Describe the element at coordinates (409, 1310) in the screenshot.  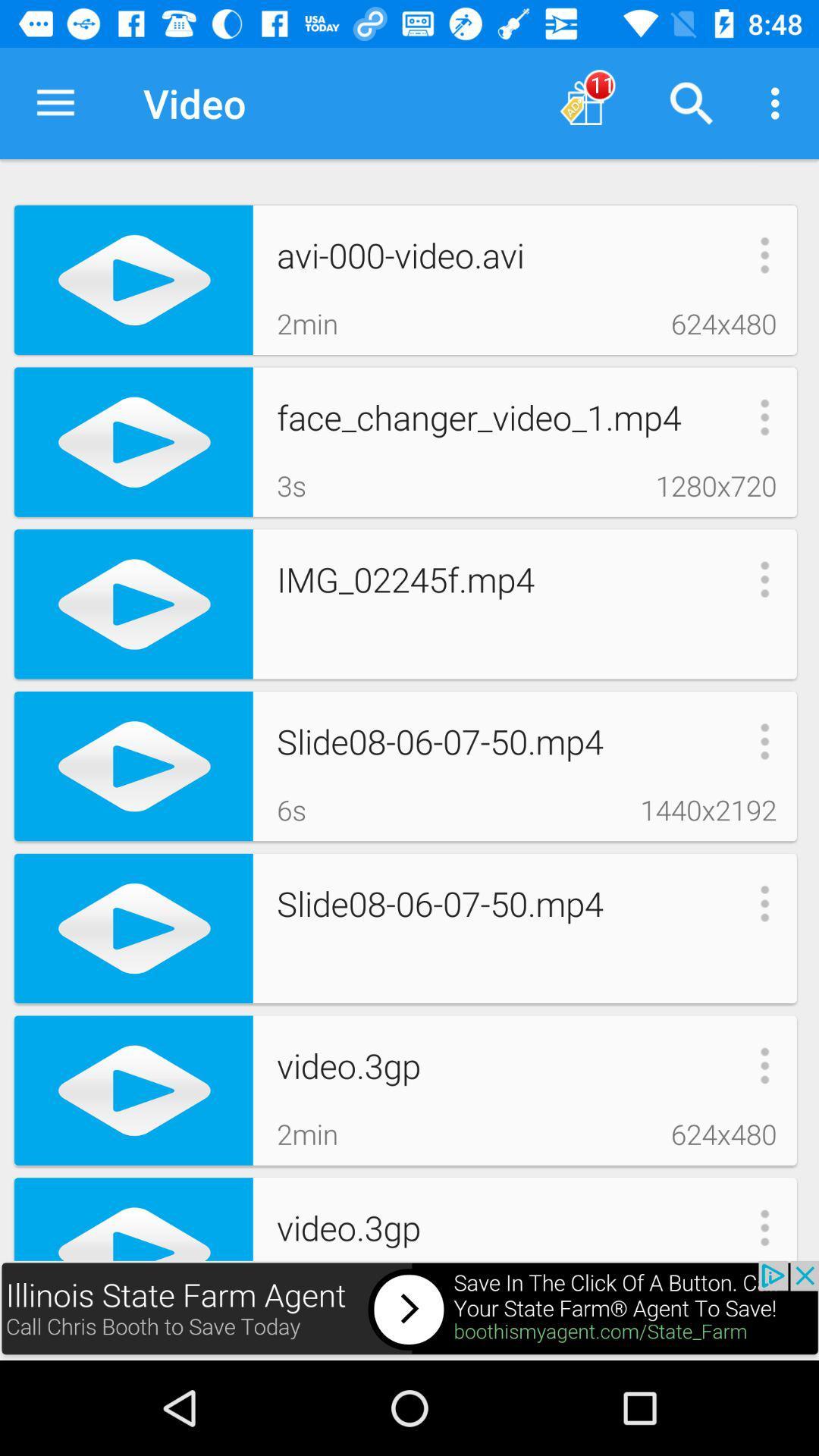
I see `it and advertisement you can click on` at that location.